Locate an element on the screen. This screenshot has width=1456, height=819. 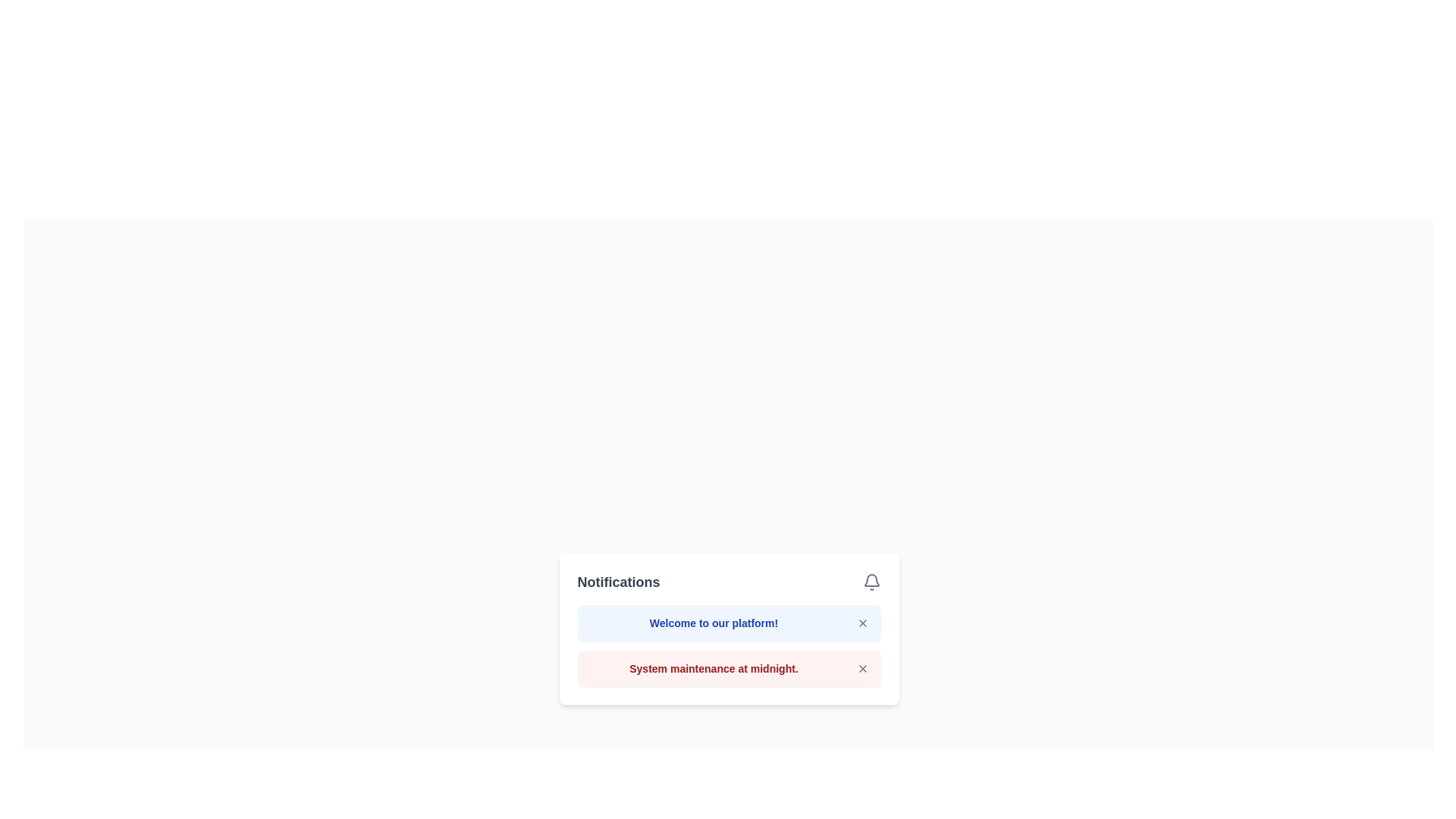
the close button located at the lower right corner of the second notification card, which dismisses the notification message 'System maintenance at midnight.' is located at coordinates (862, 668).